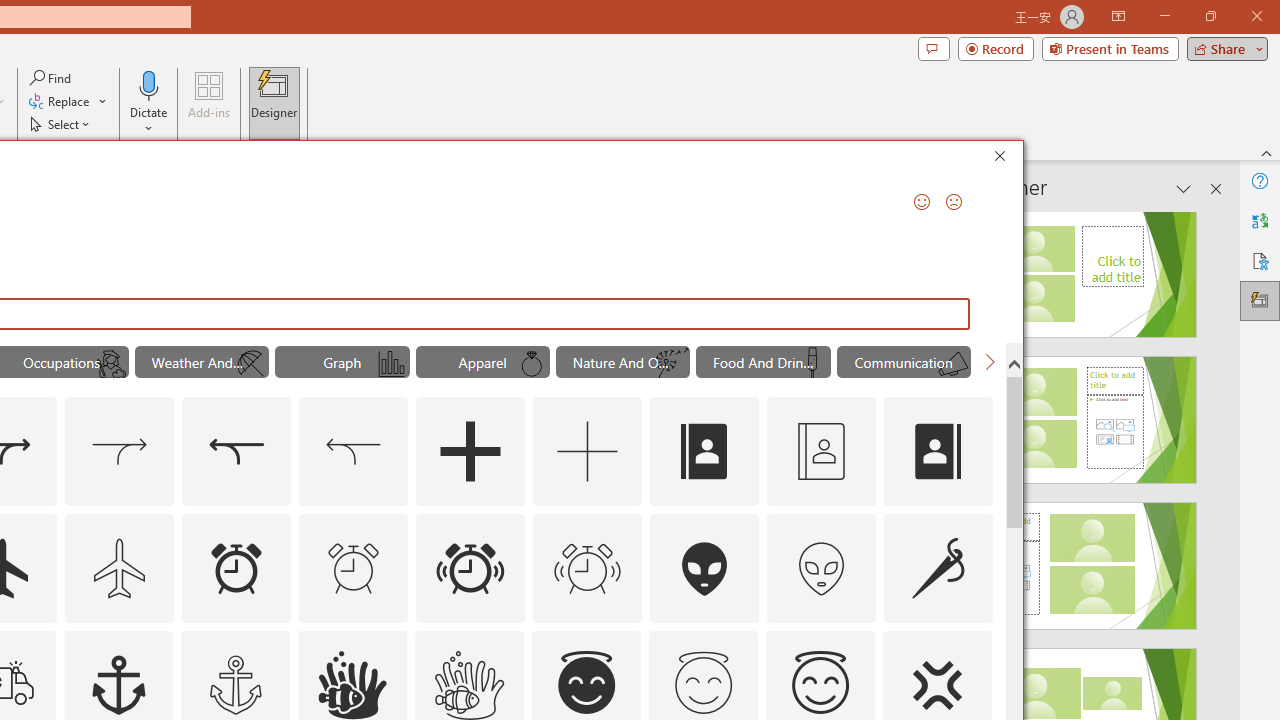 Image resolution: width=1280 pixels, height=720 pixels. Describe the element at coordinates (391, 364) in the screenshot. I see `'AutomationID: Icons_BarChart_LTR_M'` at that location.